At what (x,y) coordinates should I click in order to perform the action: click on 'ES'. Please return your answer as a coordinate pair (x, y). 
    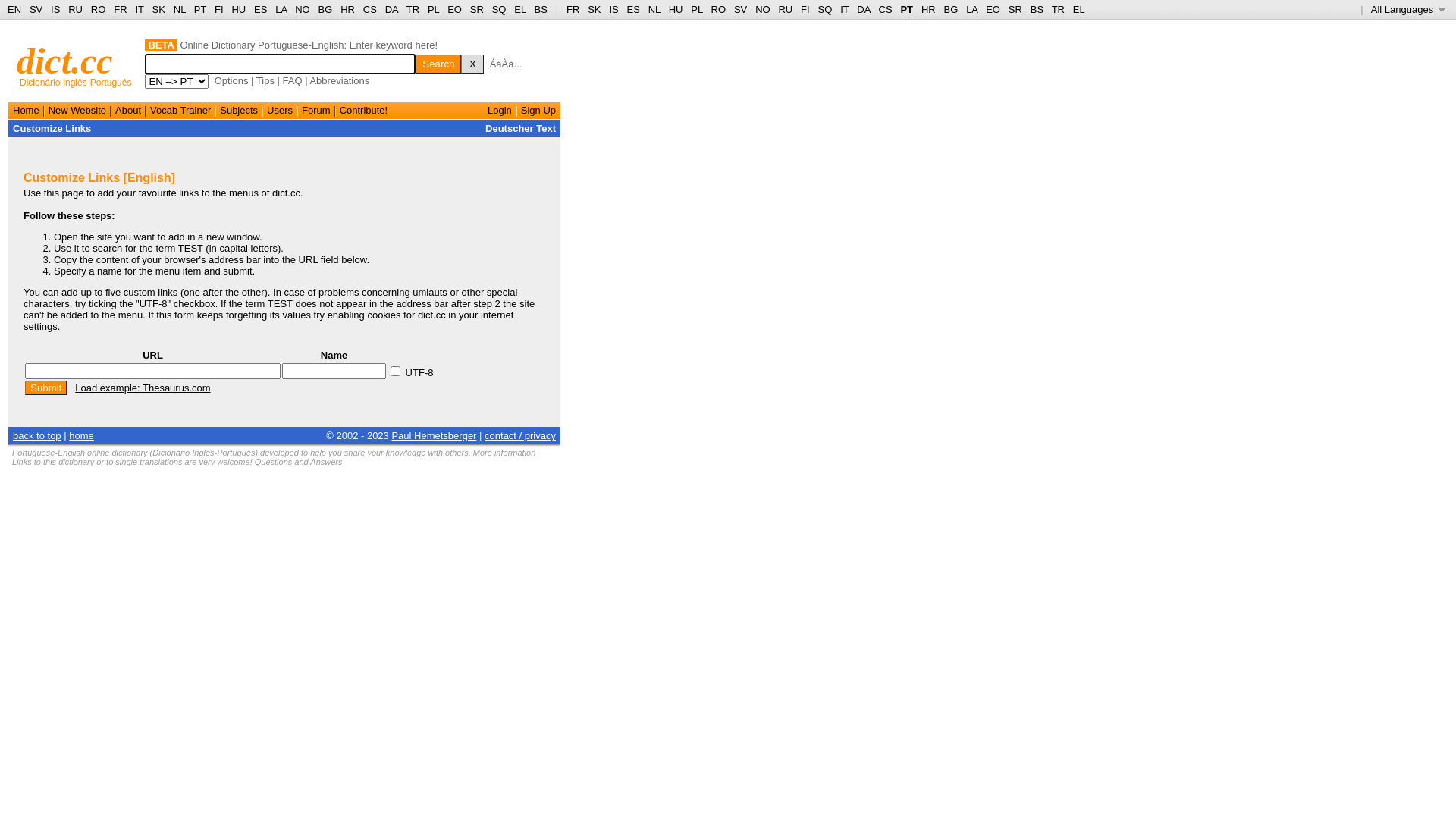
    Looking at the image, I should click on (633, 9).